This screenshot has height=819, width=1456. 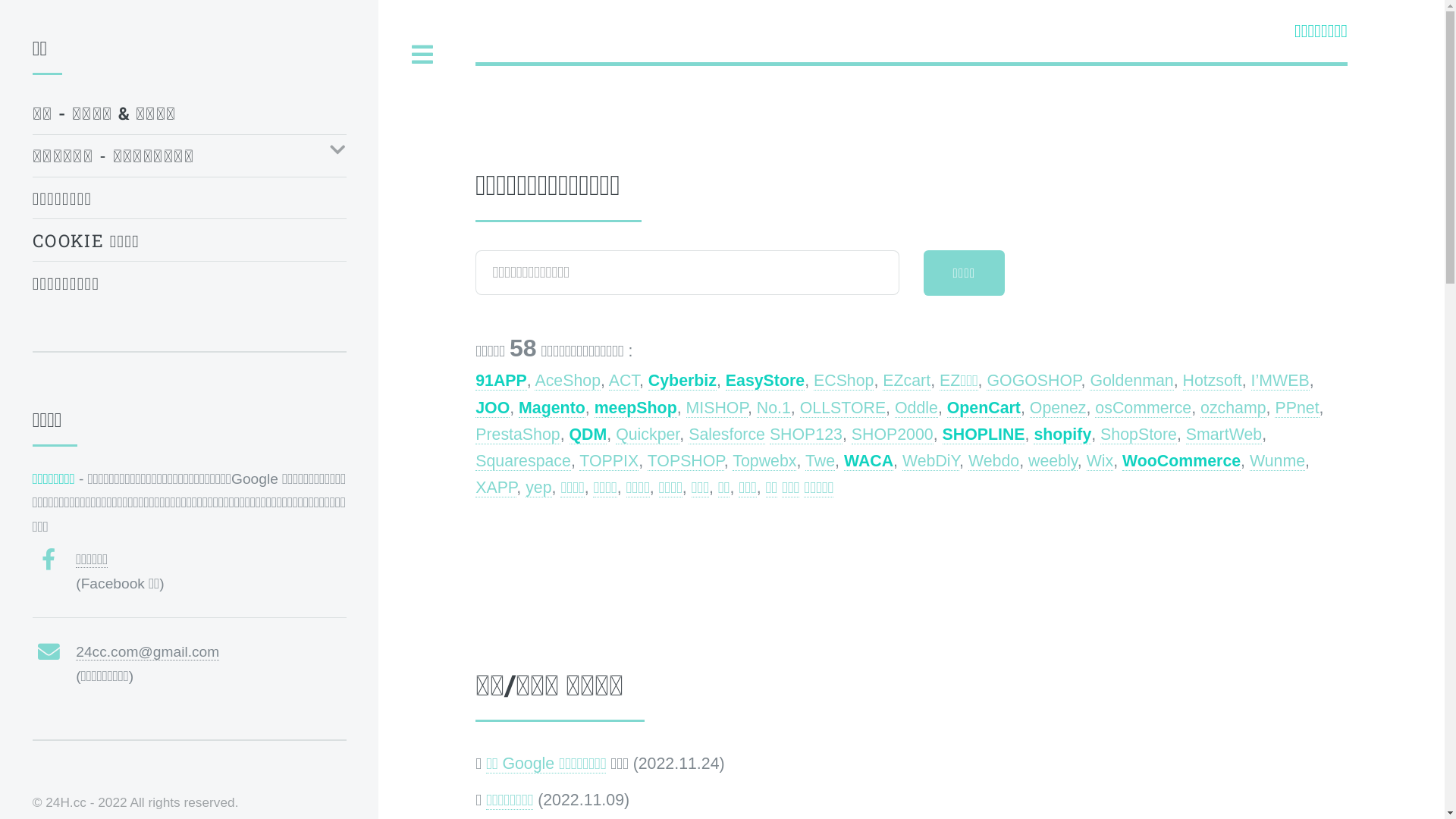 What do you see at coordinates (623, 380) in the screenshot?
I see `'ACT'` at bounding box center [623, 380].